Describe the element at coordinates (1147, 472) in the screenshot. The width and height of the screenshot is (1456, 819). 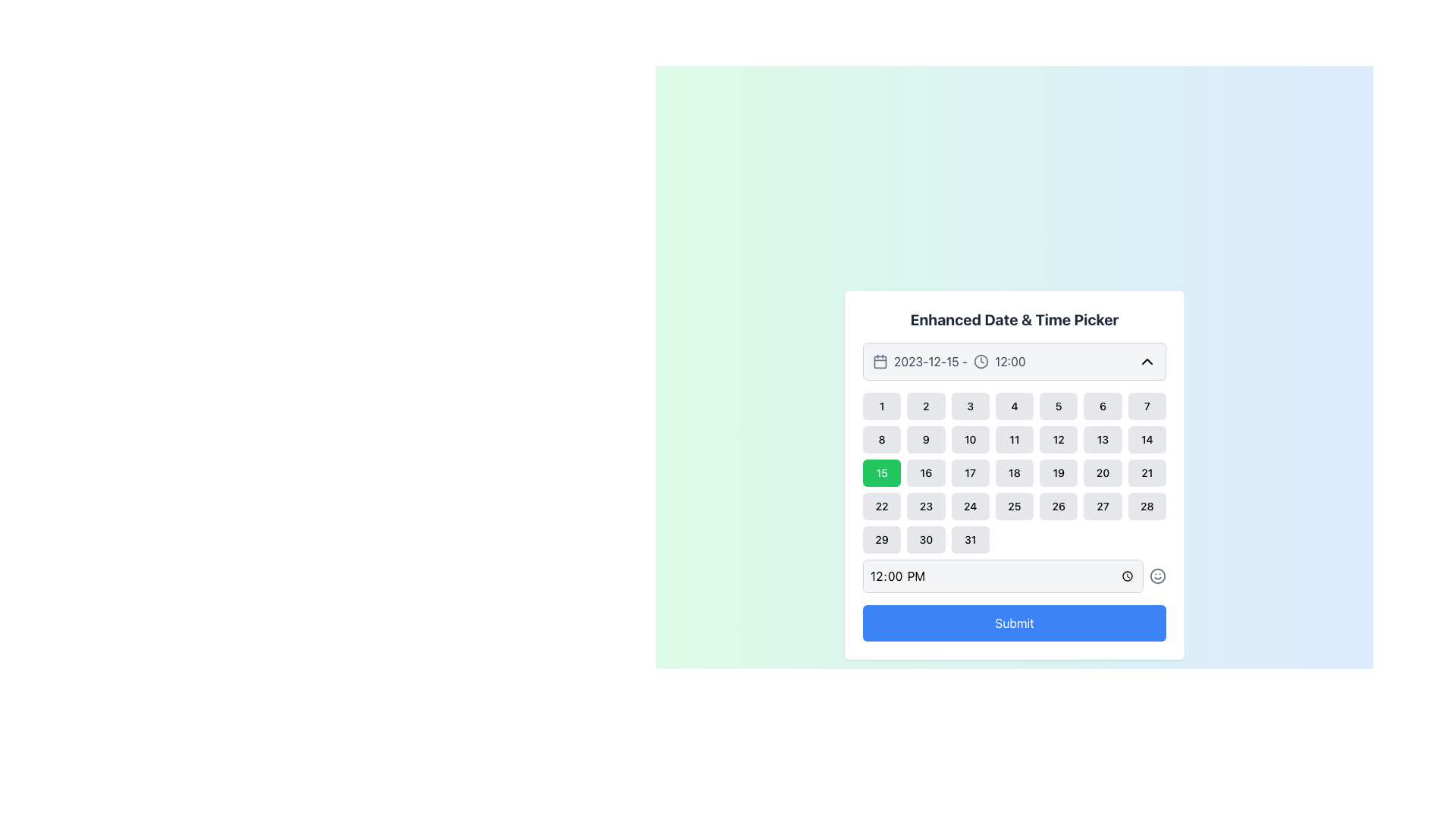
I see `the button labeled '21' in the Enhanced Date & Time Picker dialog to change its appearance` at that location.